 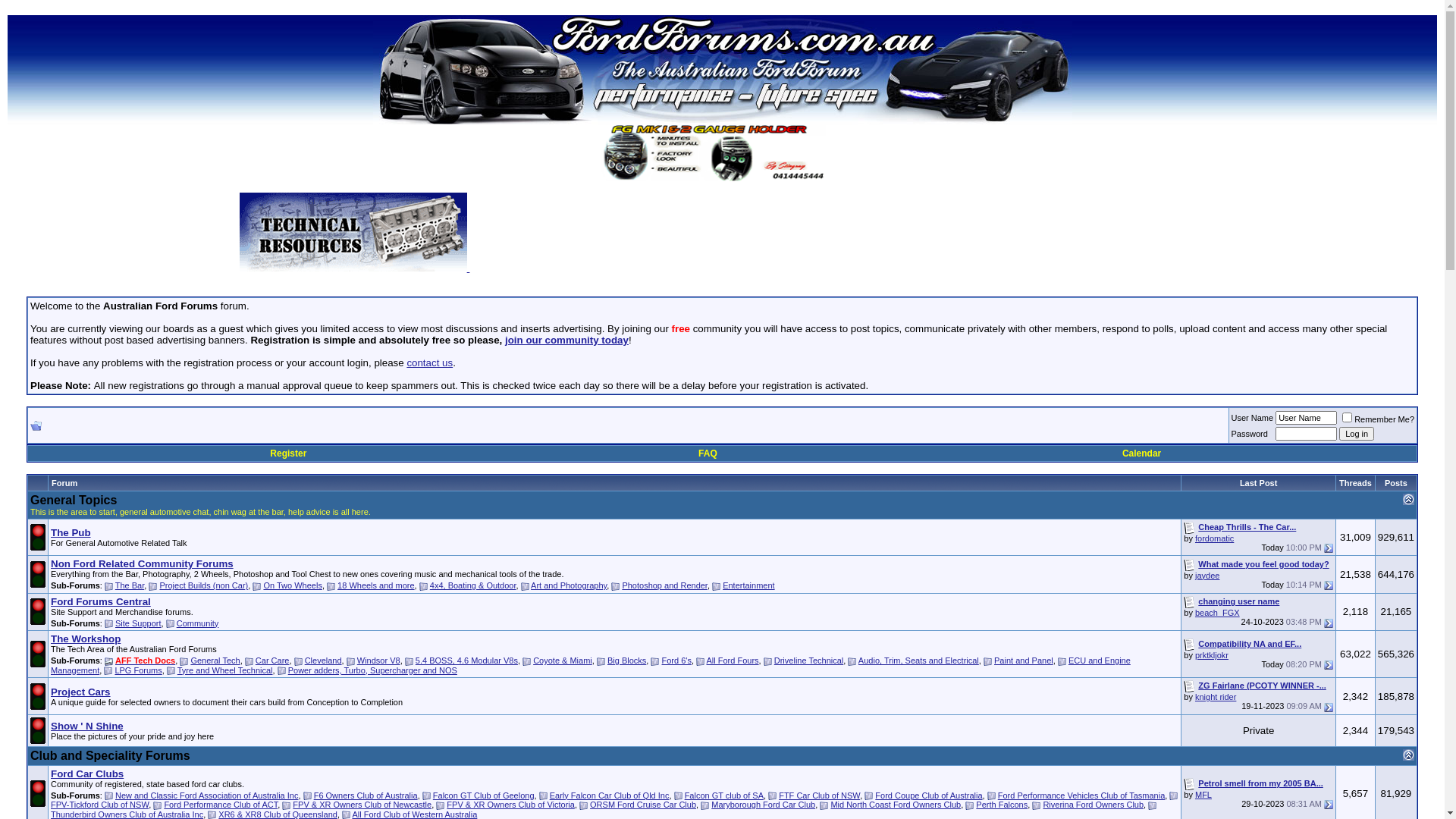 I want to click on 'MFL', so click(x=1203, y=794).